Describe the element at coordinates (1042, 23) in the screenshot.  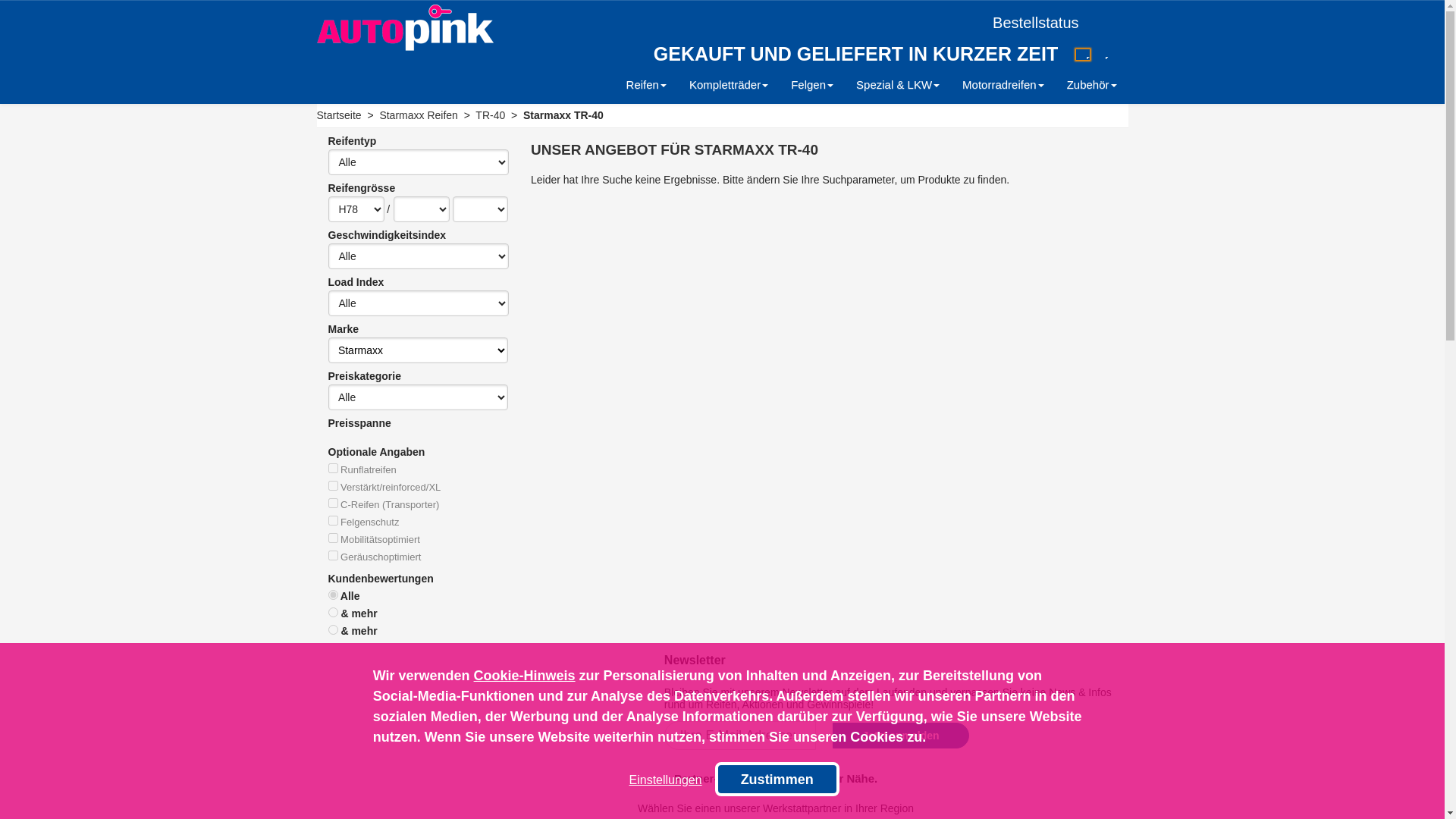
I see `'Bestellstatus'` at that location.